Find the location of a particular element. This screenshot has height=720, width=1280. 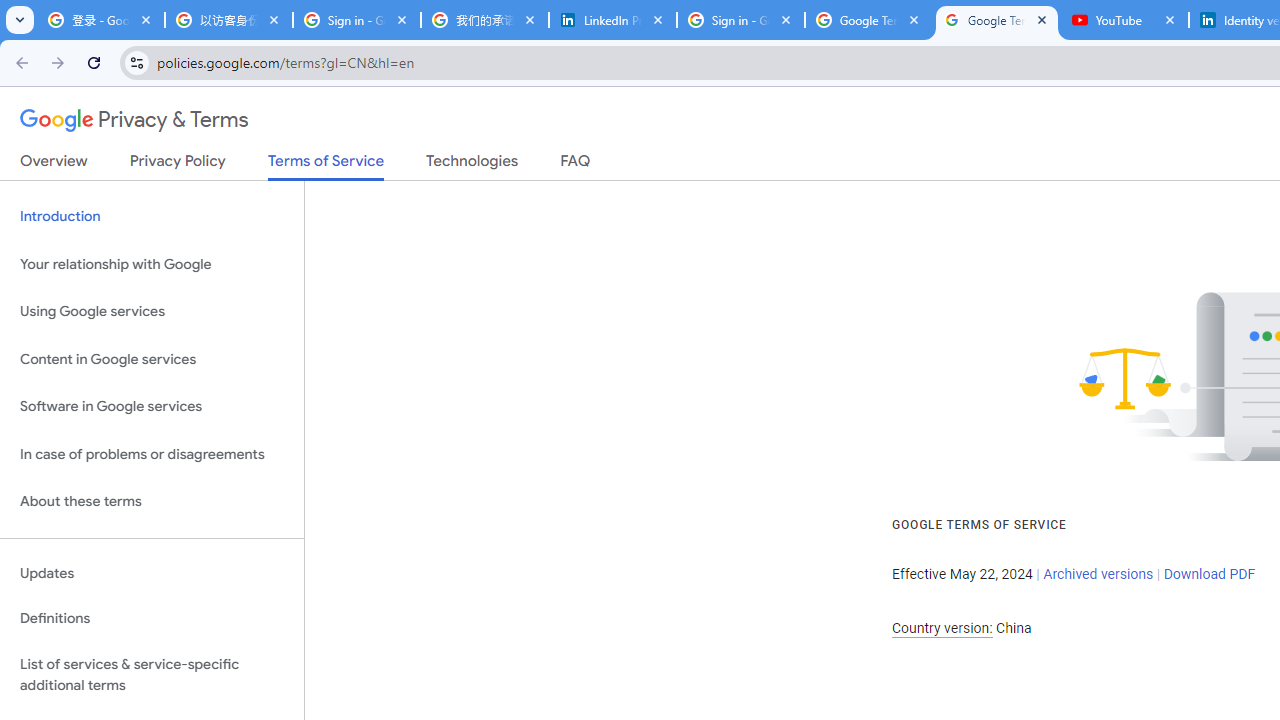

'Technologies' is located at coordinates (471, 164).